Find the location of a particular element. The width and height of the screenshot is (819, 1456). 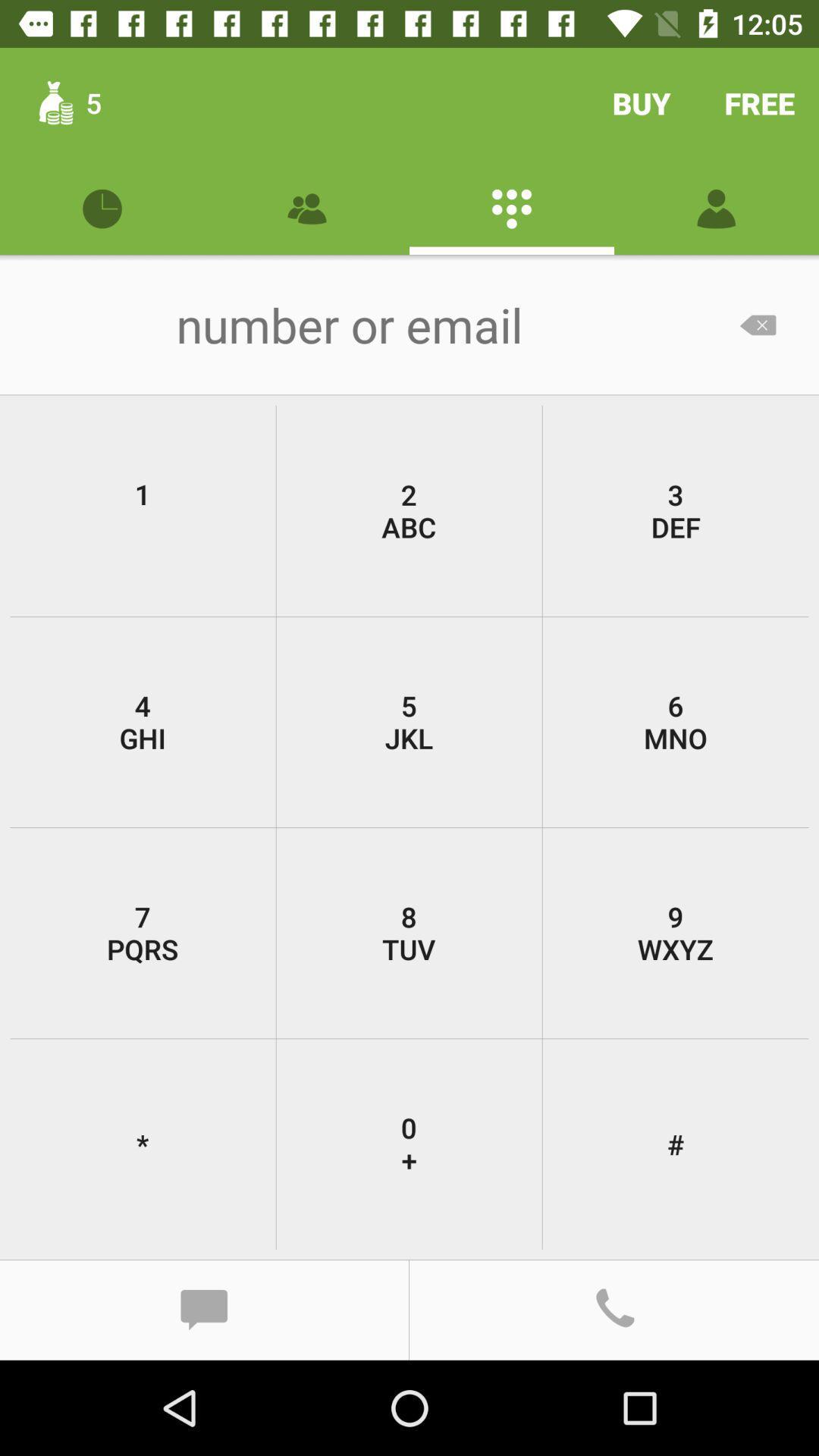

item below 1 is located at coordinates (408, 721).